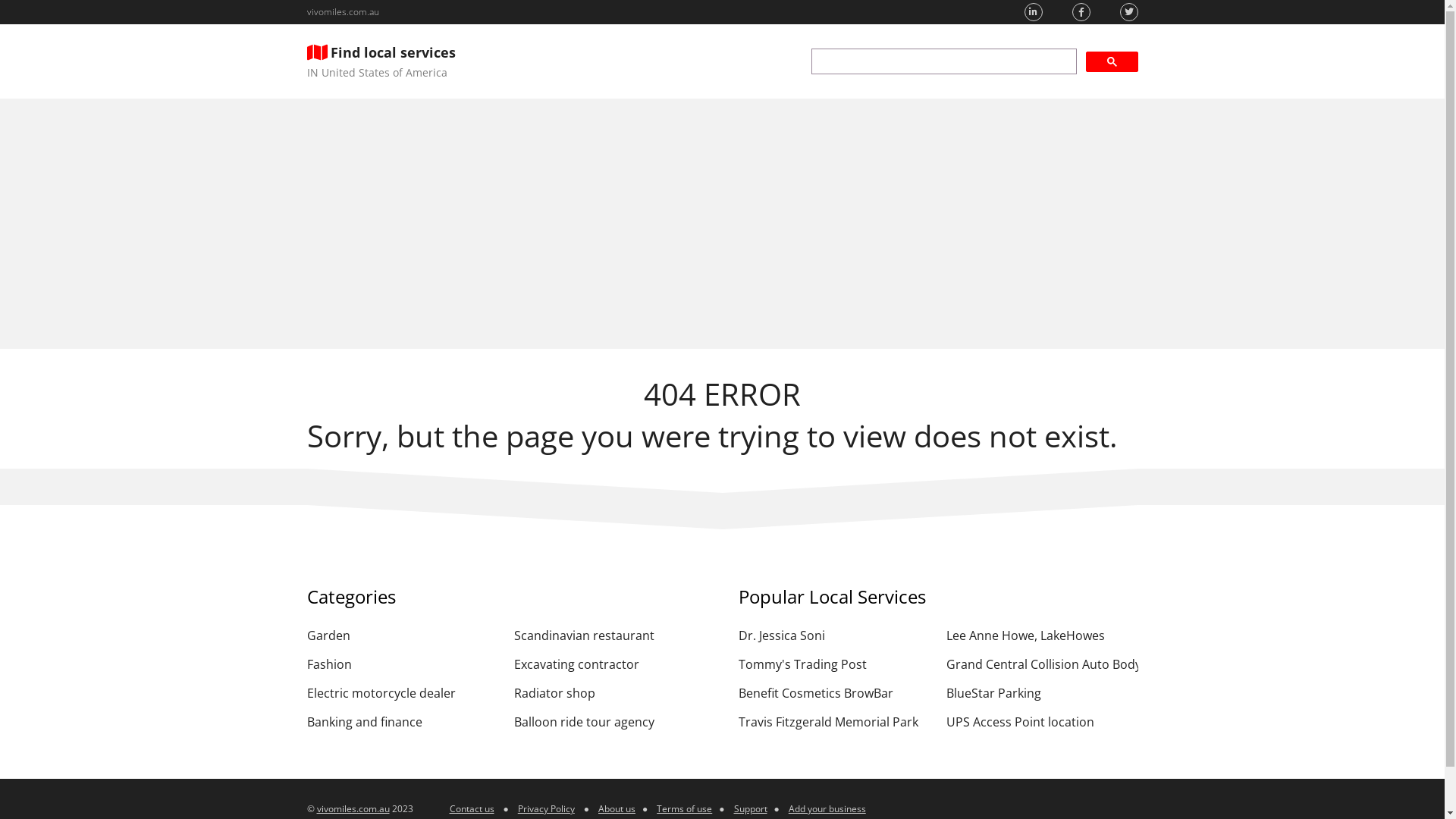  Describe the element at coordinates (1041, 663) in the screenshot. I see `'Grand Central Collision Auto Body Repair'` at that location.